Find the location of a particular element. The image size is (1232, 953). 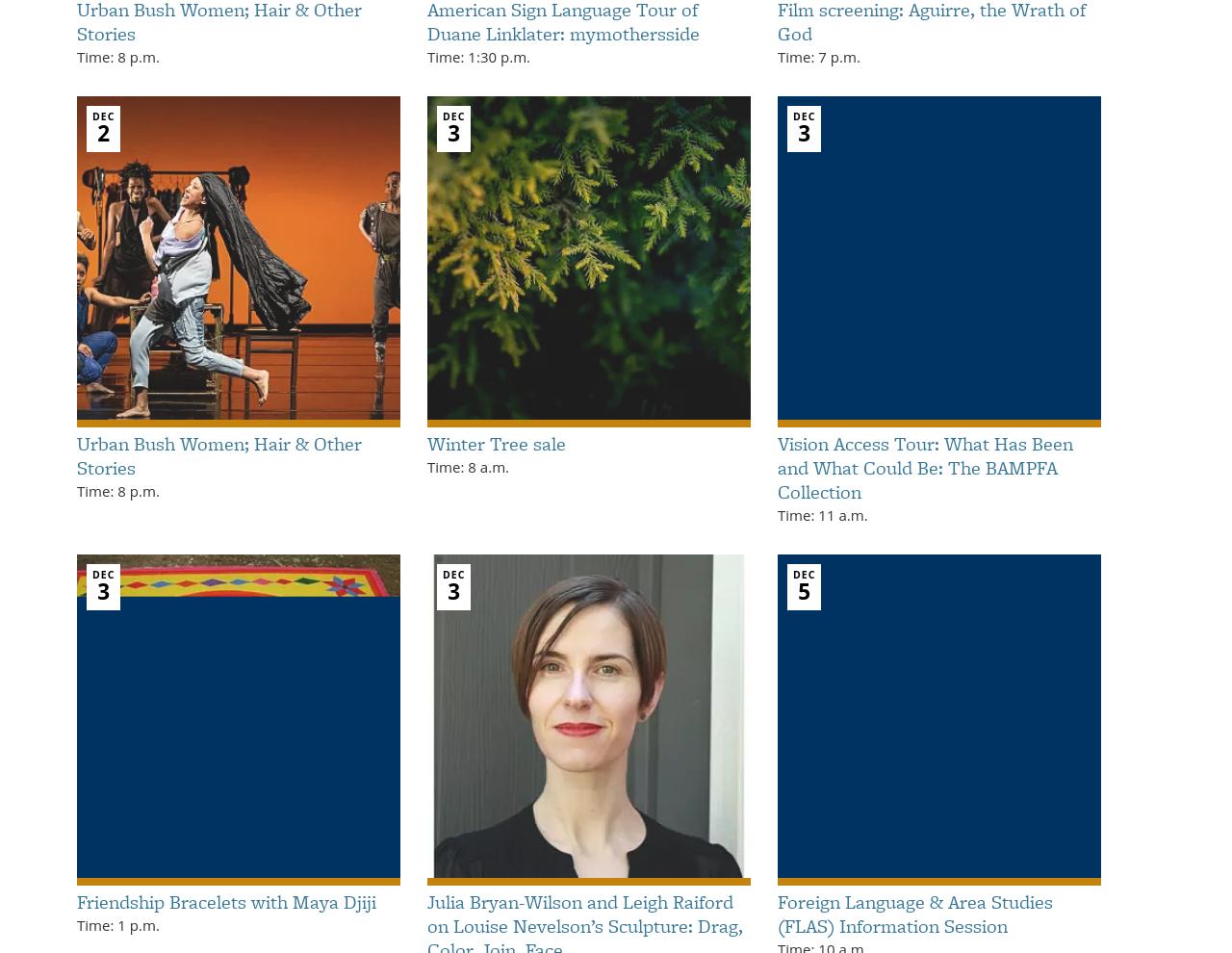

'Time: 1:30 p.m.' is located at coordinates (478, 56).